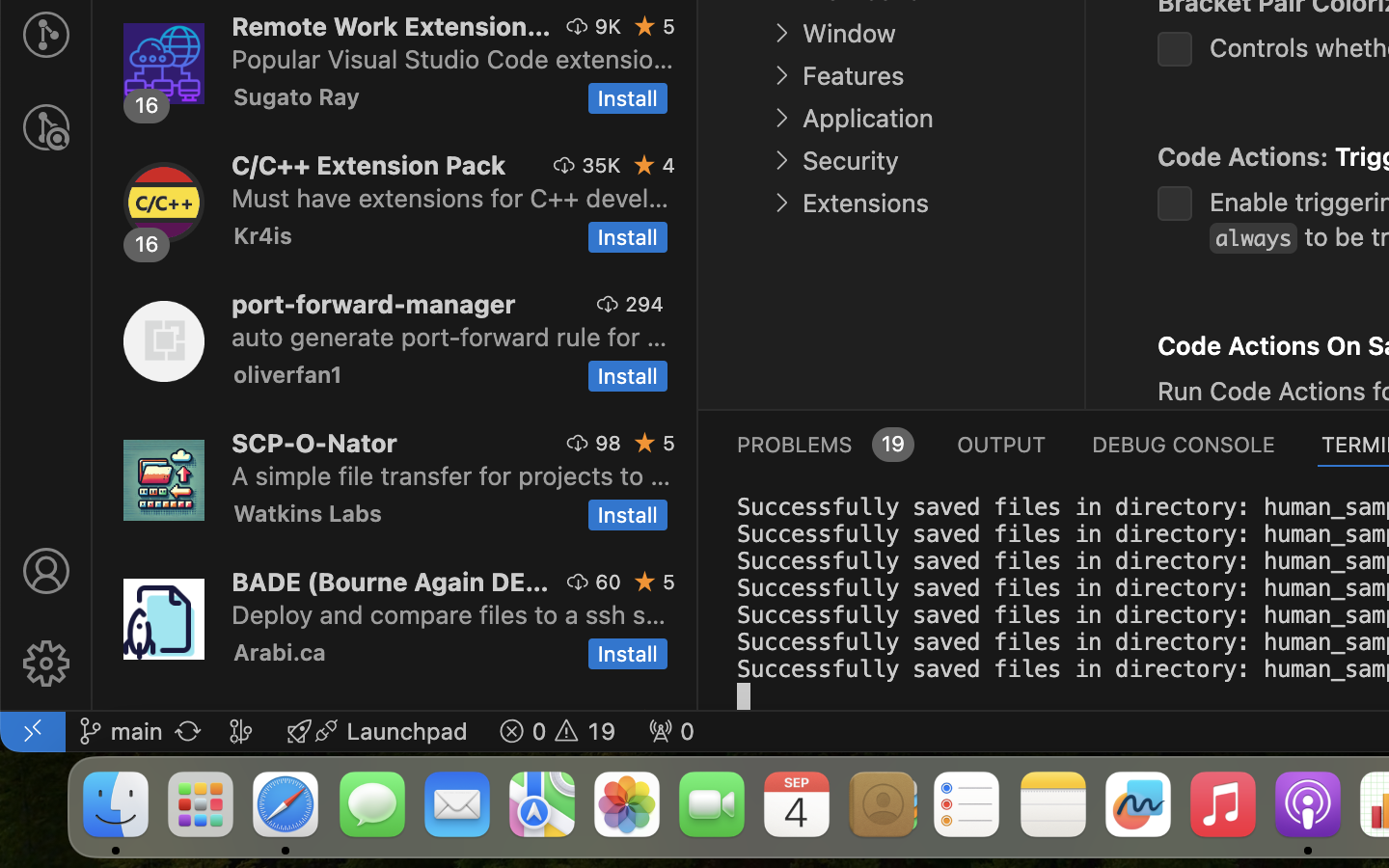  What do you see at coordinates (44, 127) in the screenshot?
I see `'0 '` at bounding box center [44, 127].